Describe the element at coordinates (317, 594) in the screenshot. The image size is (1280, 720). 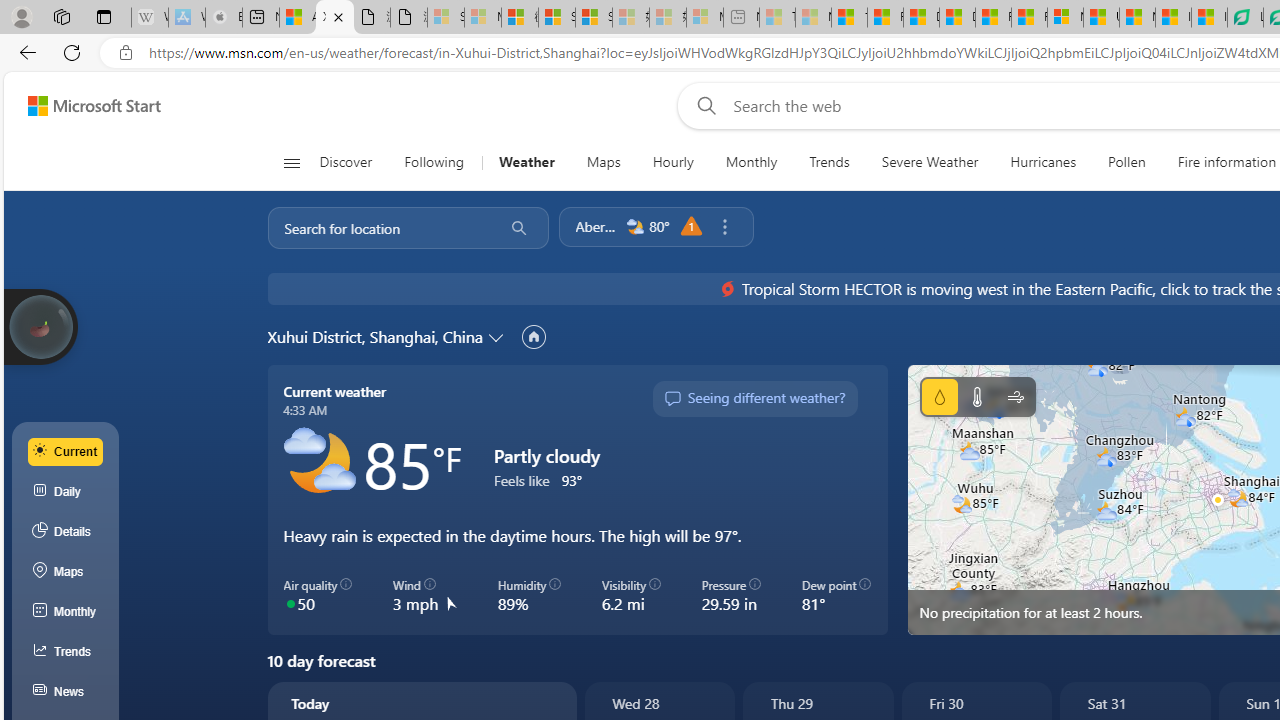
I see `'Air quality 50'` at that location.